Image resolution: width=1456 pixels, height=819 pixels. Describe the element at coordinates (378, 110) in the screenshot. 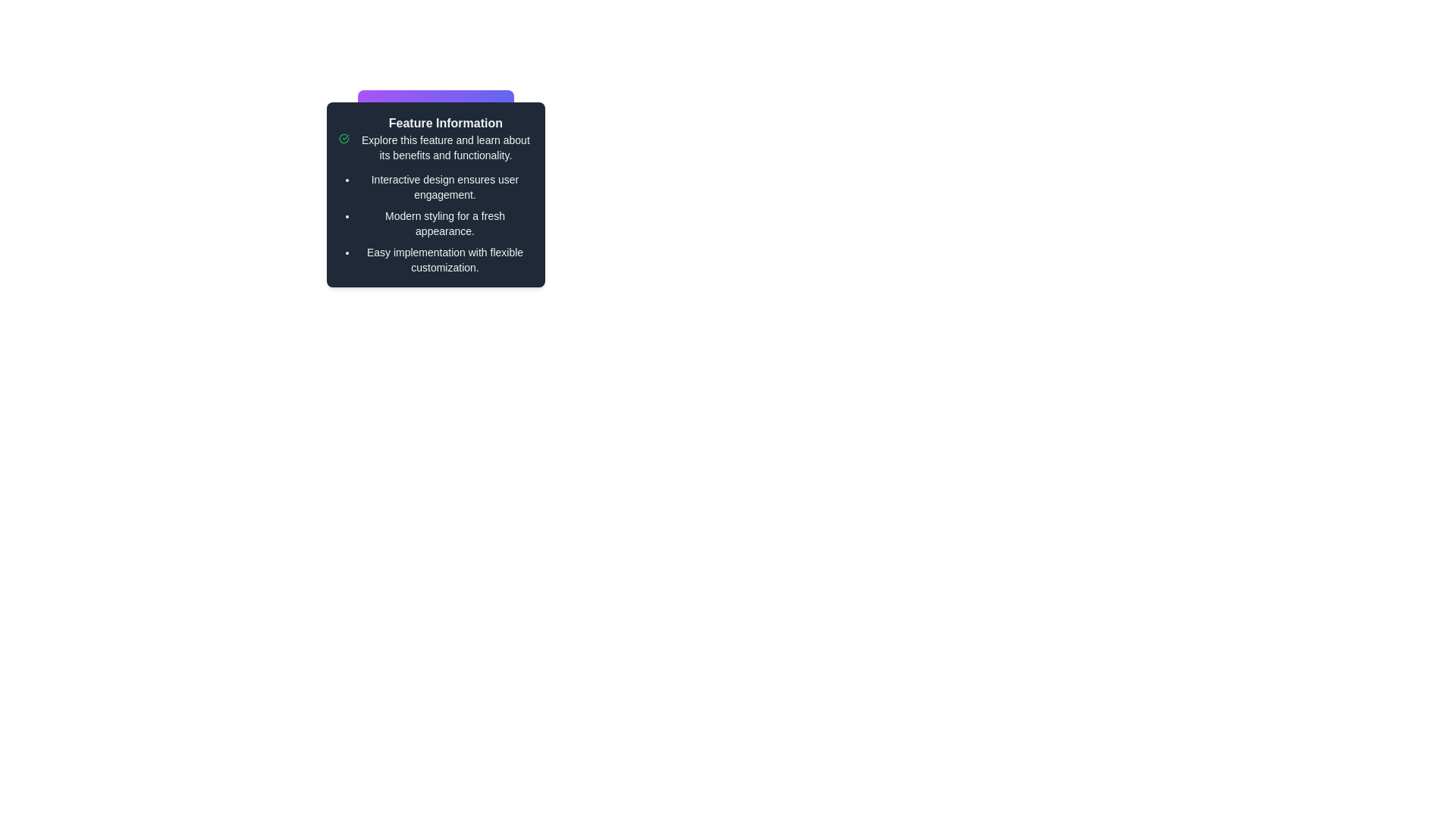

I see `the circular graphical component located at the top-left corner of the 'Feature Information' pop-up panel` at that location.